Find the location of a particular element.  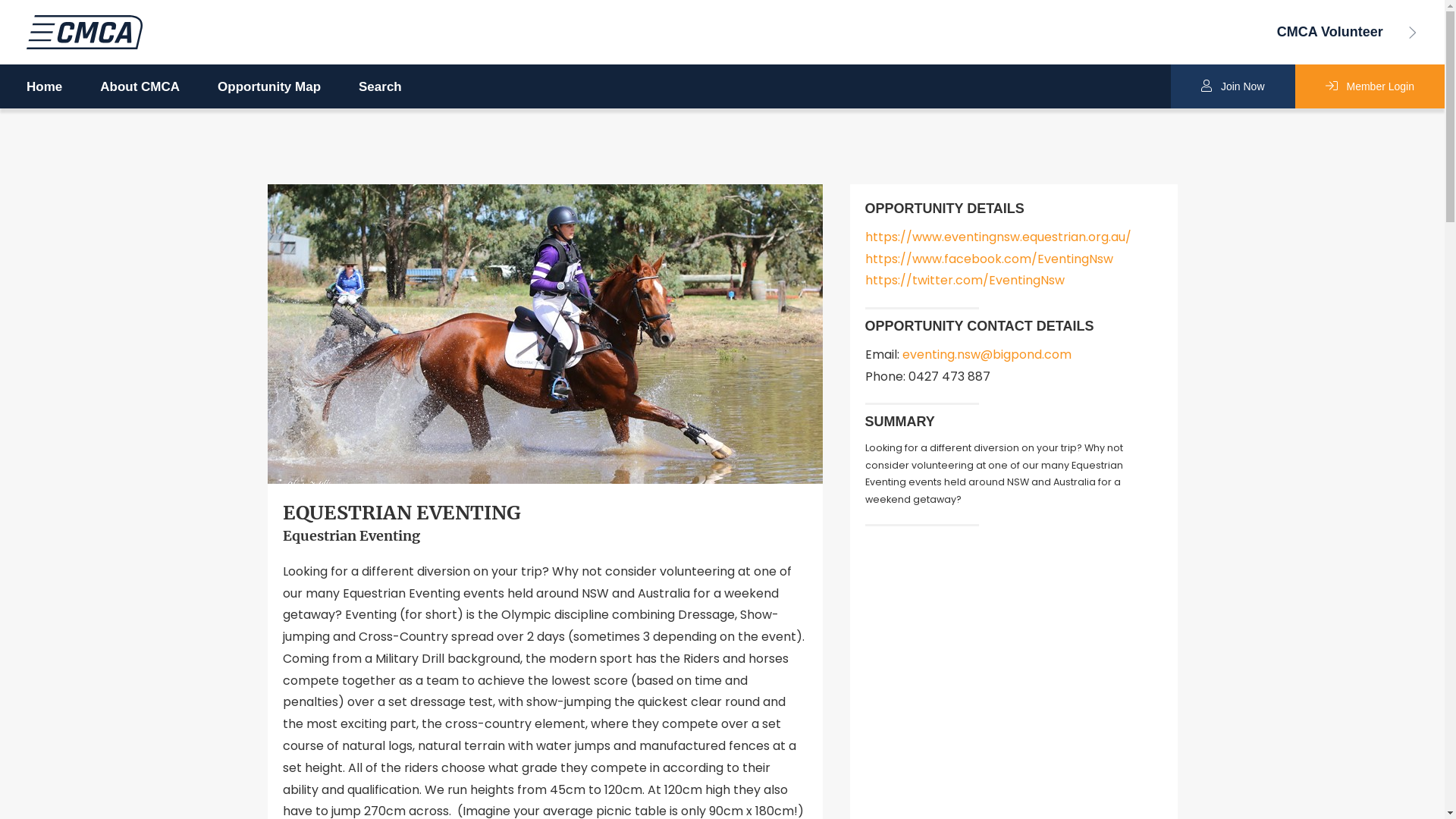

'https://www.eventingnsw.equestrian.org.au/' is located at coordinates (997, 237).